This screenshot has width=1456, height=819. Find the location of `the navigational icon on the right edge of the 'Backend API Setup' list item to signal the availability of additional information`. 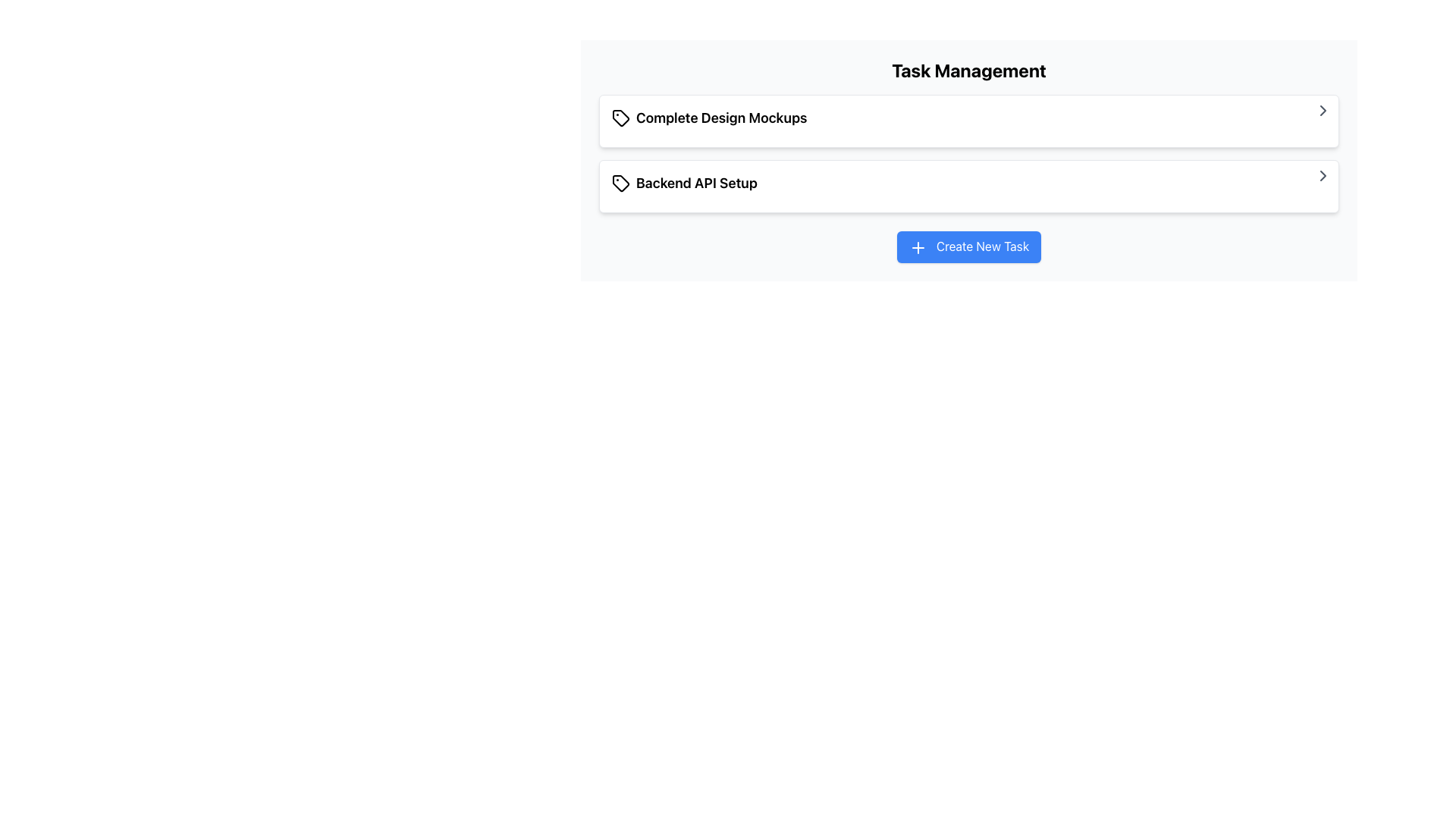

the navigational icon on the right edge of the 'Backend API Setup' list item to signal the availability of additional information is located at coordinates (1323, 110).